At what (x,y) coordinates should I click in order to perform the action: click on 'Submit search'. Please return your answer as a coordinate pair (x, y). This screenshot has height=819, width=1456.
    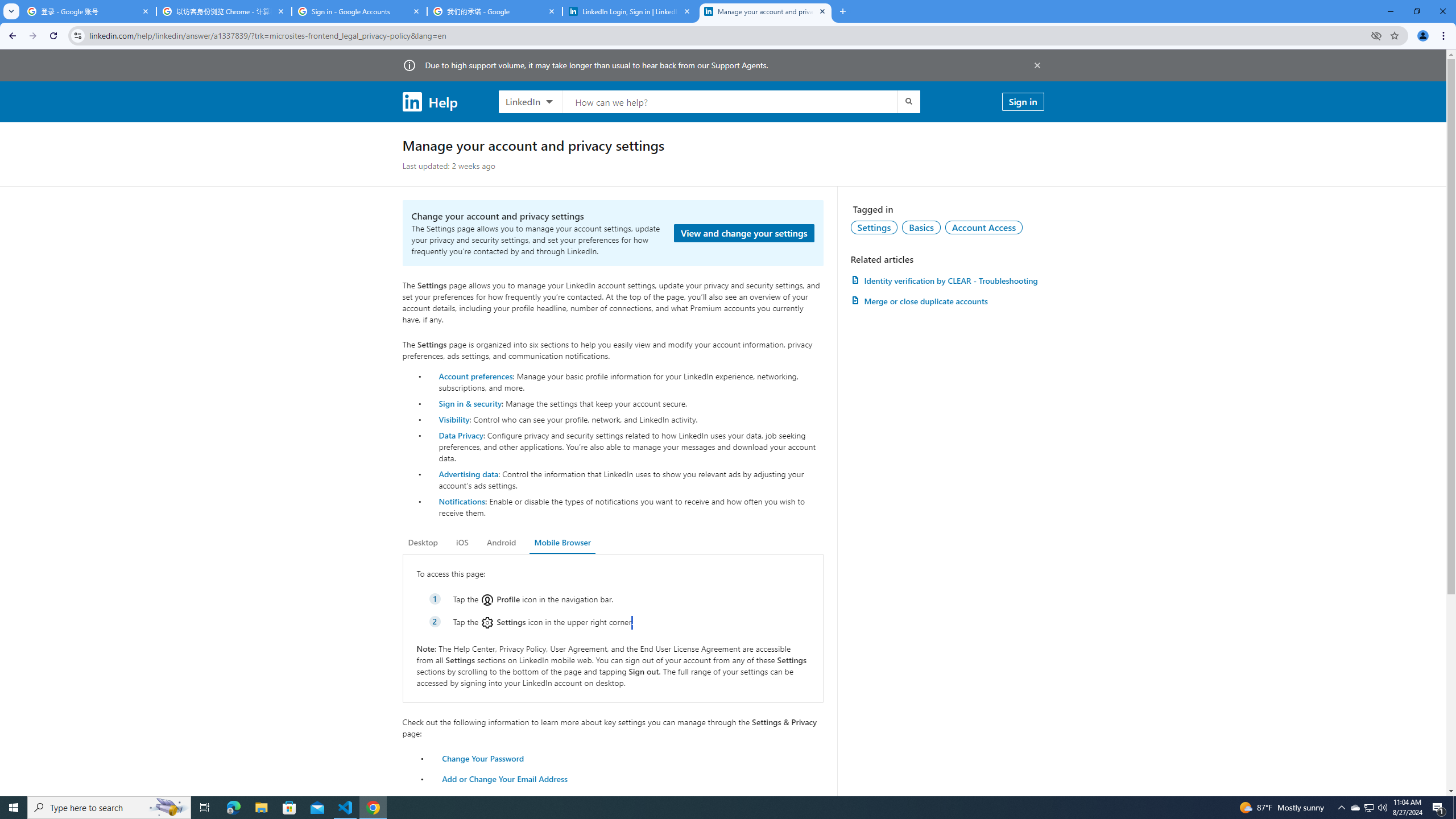
    Looking at the image, I should click on (908, 101).